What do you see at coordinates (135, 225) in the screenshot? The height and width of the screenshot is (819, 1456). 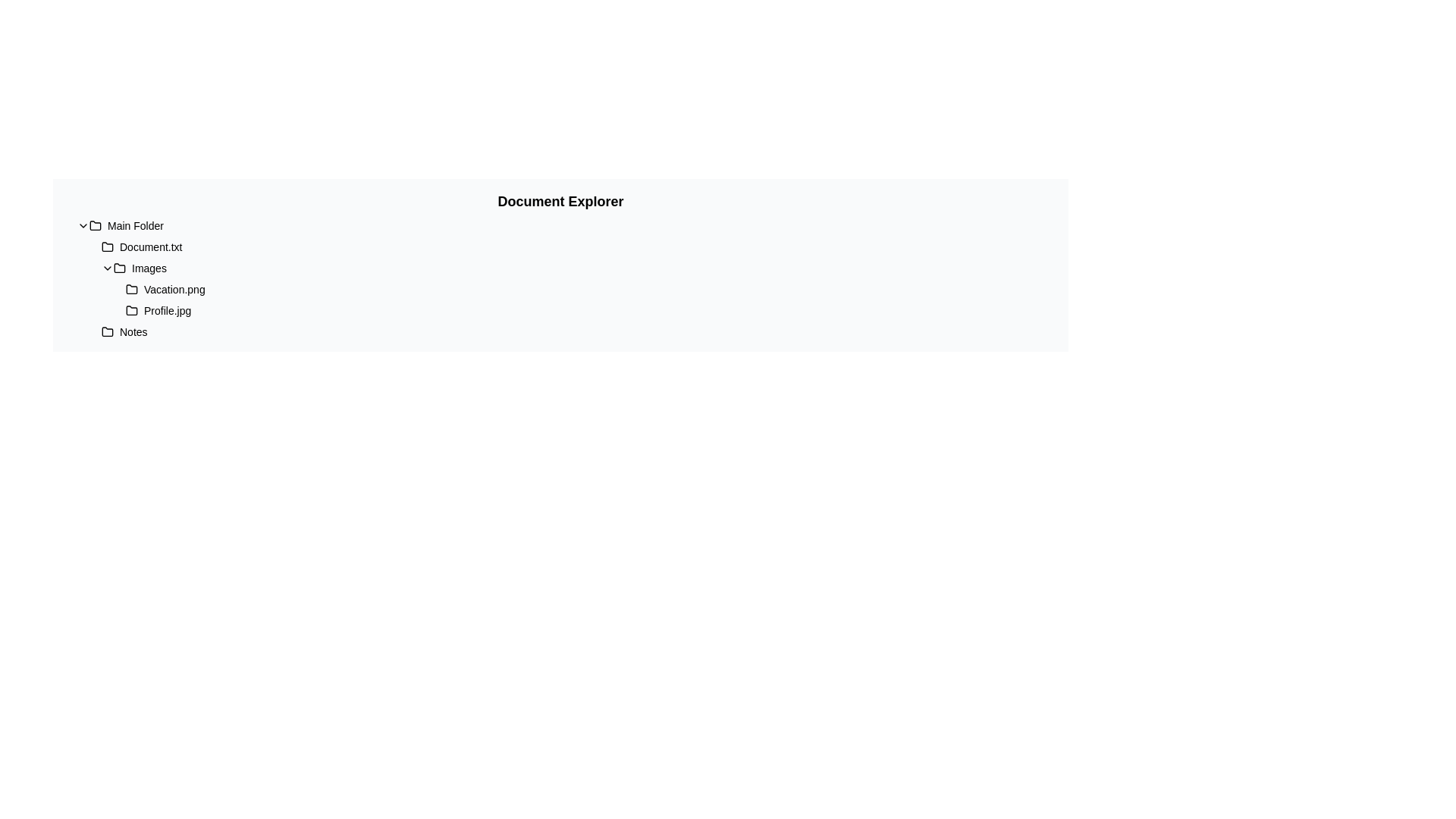 I see `the text label displaying 'Main Folder' in the left panel of the file explorer interface` at bounding box center [135, 225].